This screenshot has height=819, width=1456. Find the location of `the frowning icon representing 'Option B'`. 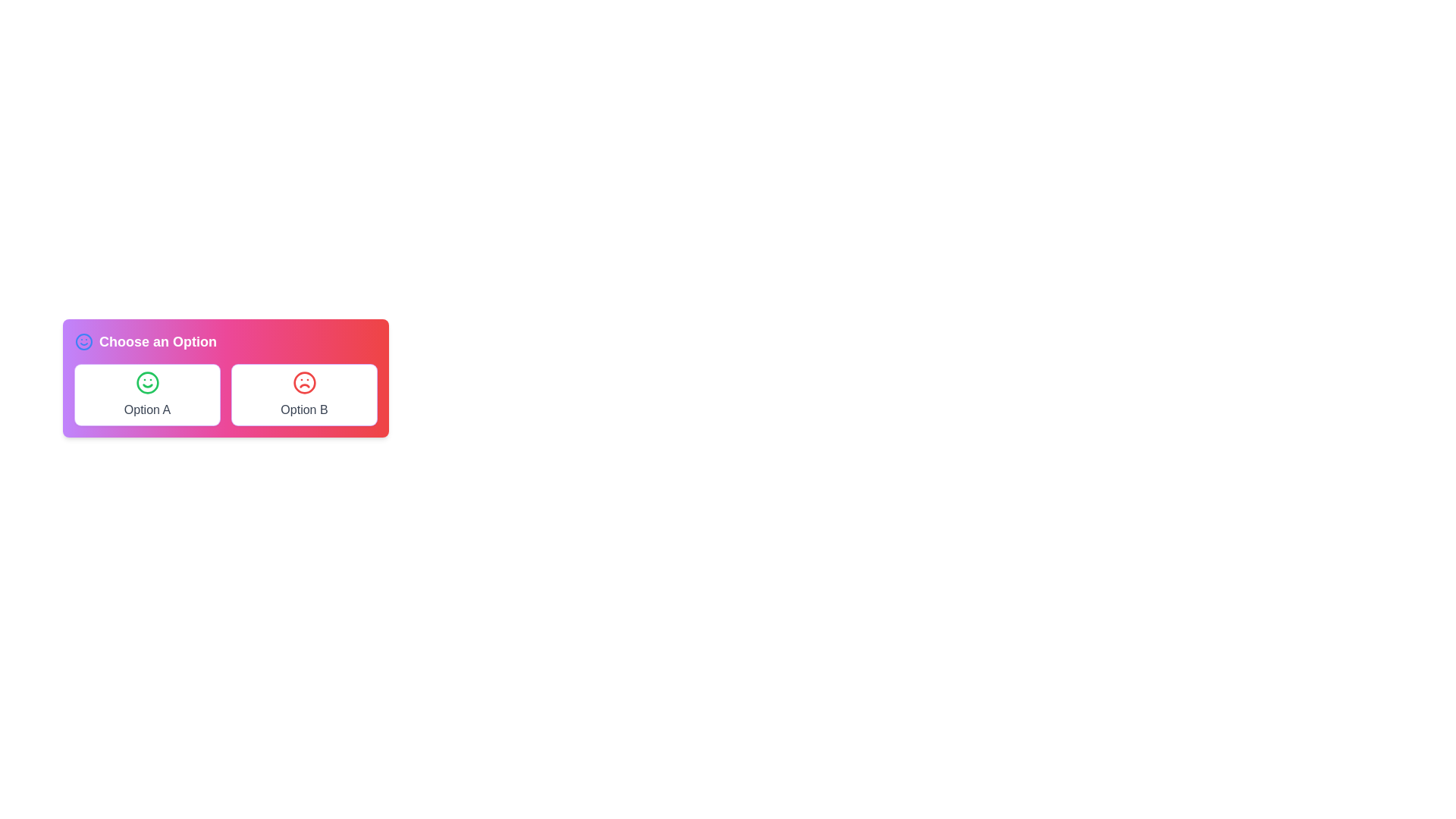

the frowning icon representing 'Option B' is located at coordinates (303, 382).